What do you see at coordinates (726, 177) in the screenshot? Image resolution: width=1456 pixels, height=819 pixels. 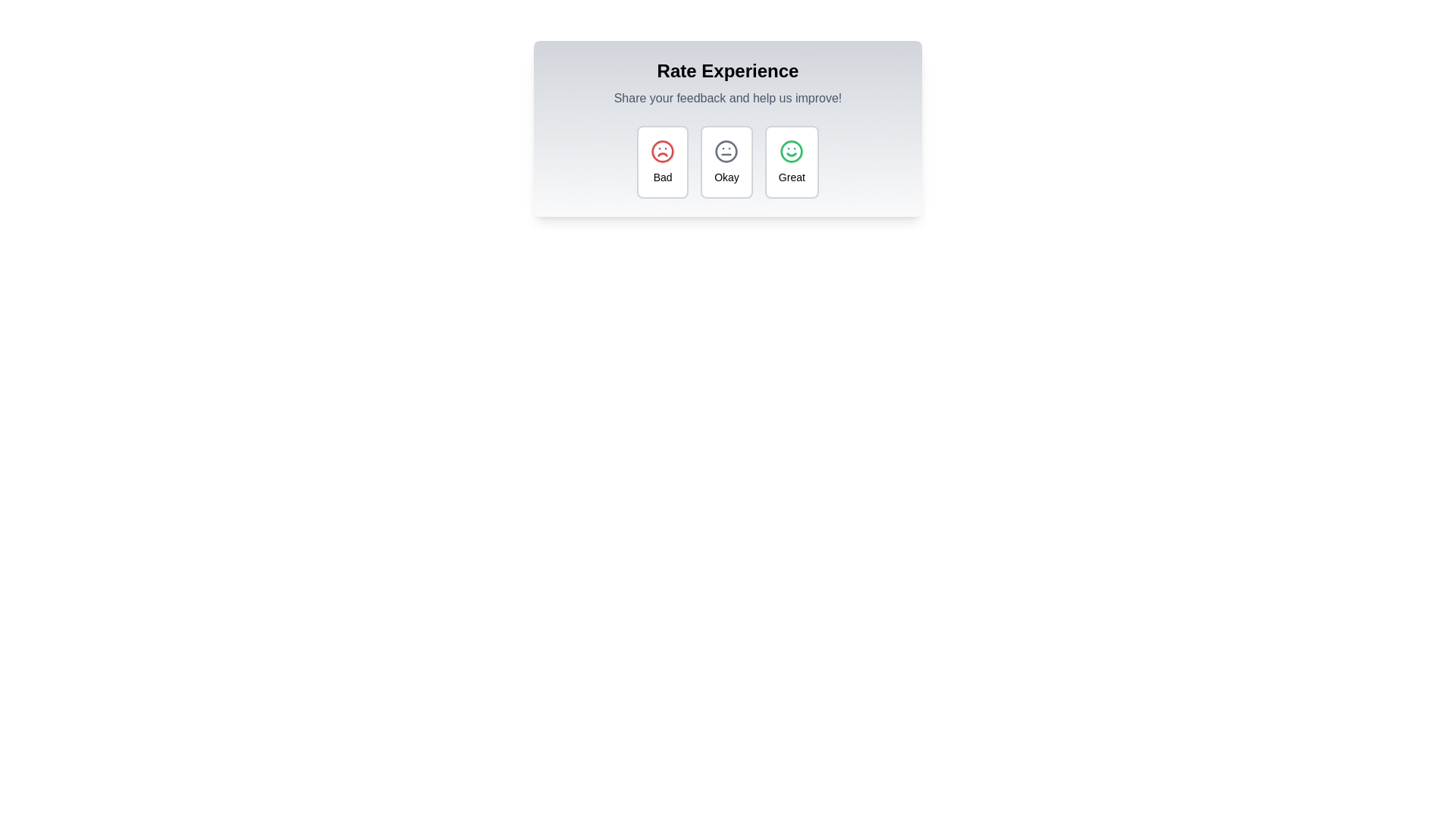 I see `the 'Okay' label located below the neutral rating icon, which is the second option among three rating choices in a horizontal layout` at bounding box center [726, 177].